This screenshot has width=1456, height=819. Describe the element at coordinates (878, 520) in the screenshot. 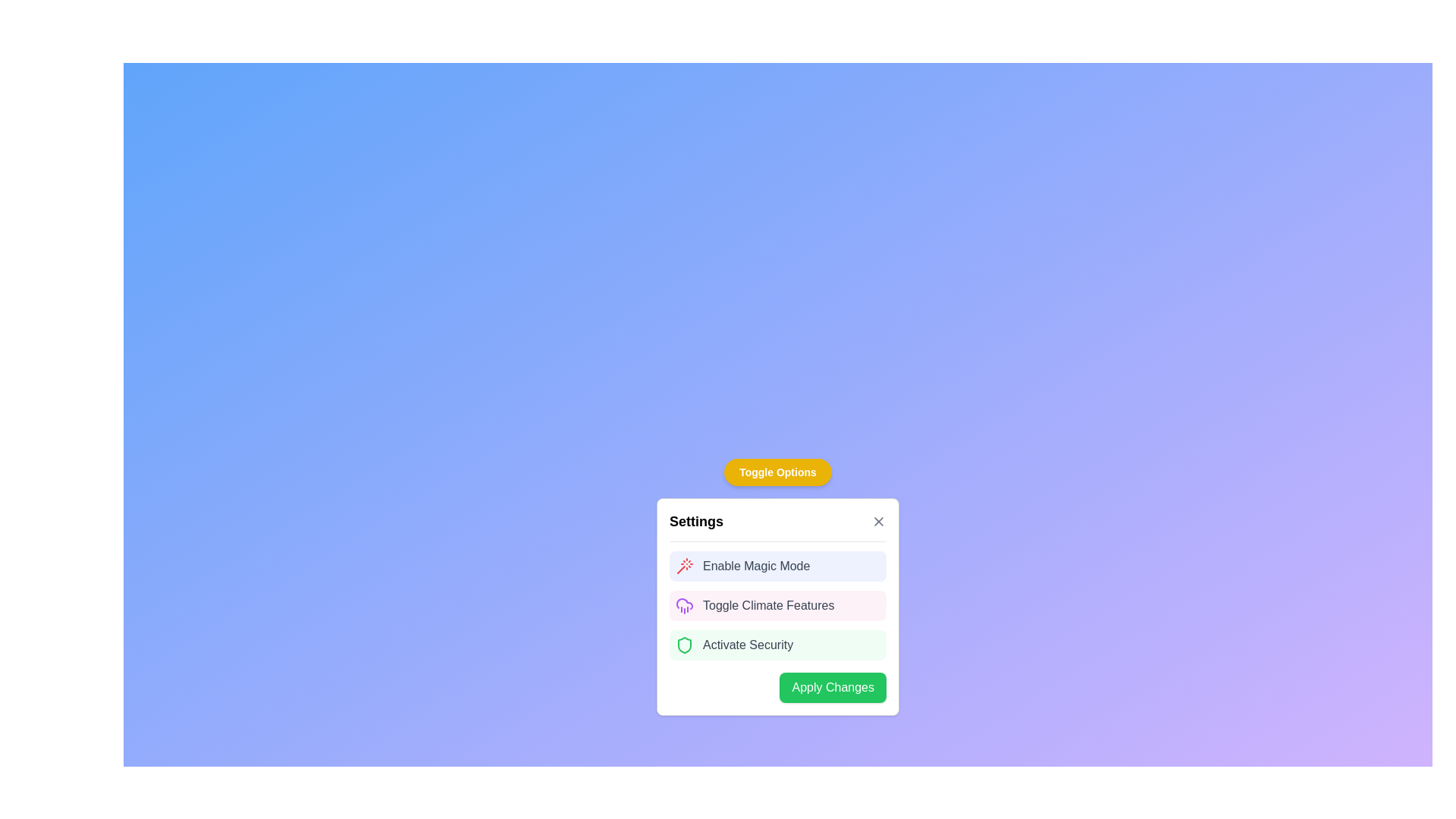

I see `the close button located in the top-right corner of the 'Settings' panel` at that location.